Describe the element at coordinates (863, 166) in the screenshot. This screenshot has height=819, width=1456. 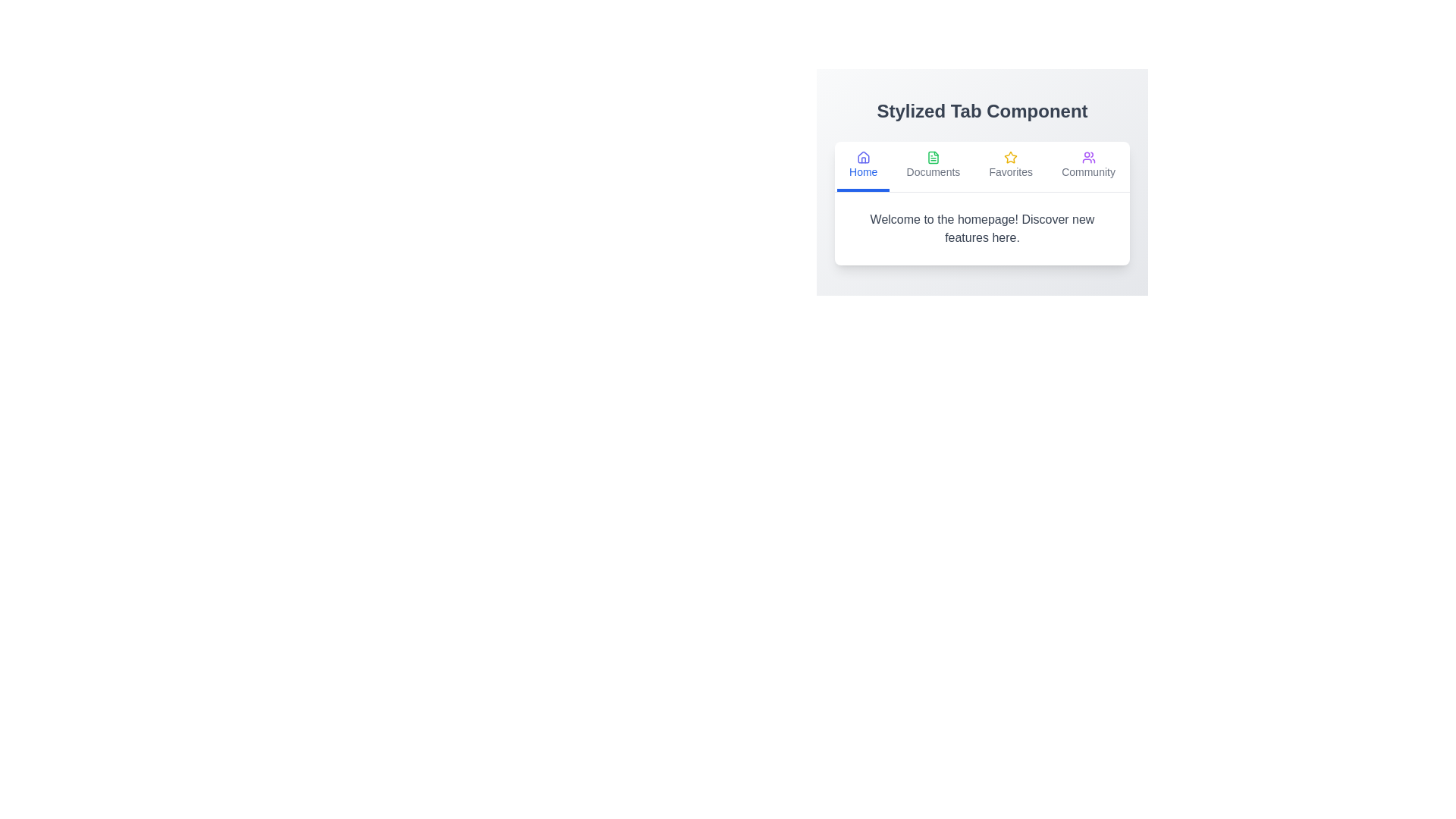
I see `the 'Home' tab item in the navigation bar, which features a house icon and is styled with a blue color scheme and a bold blue underline, indicating it is currently selected` at that location.